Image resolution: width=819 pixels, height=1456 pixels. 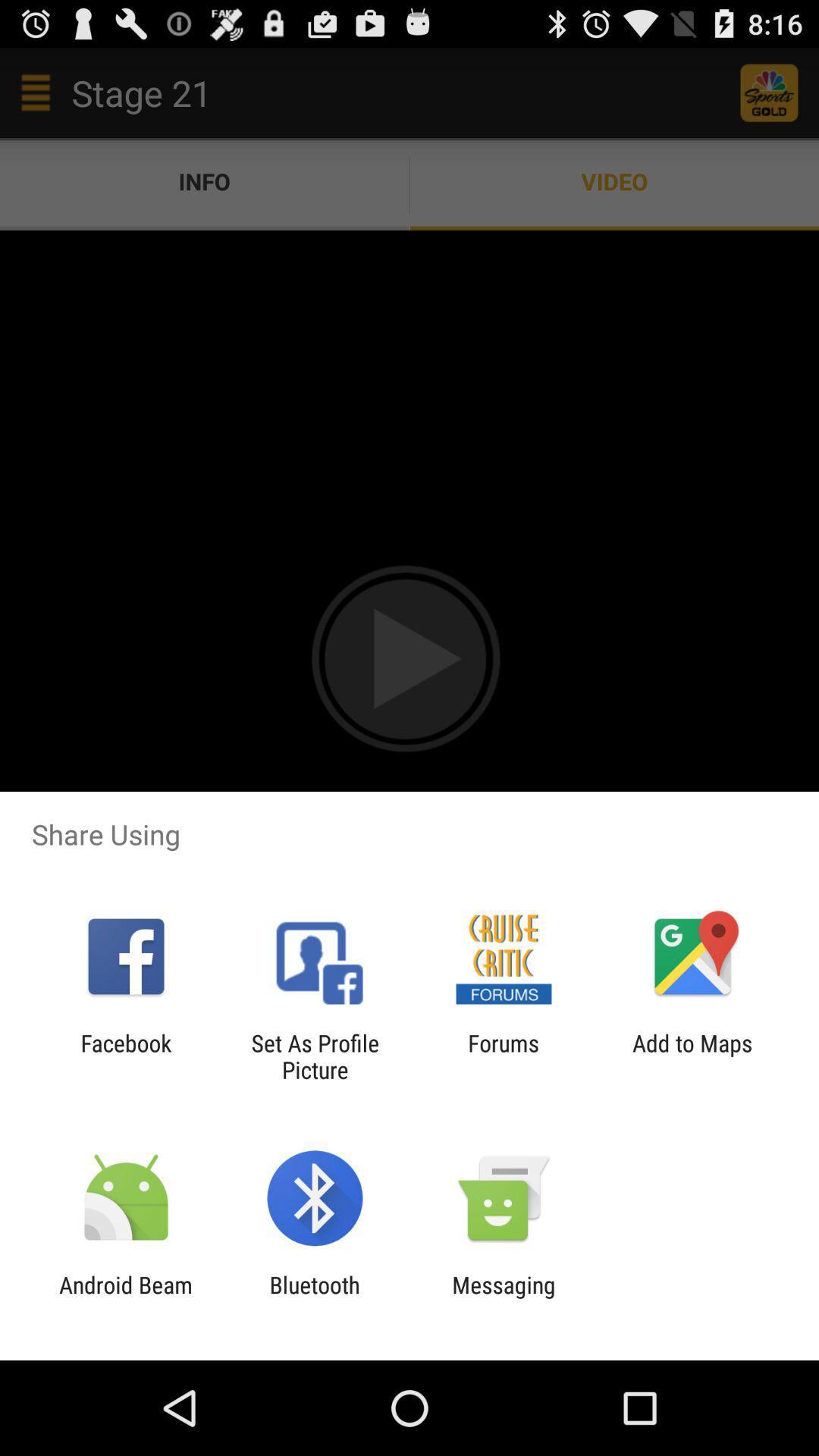 What do you see at coordinates (692, 1056) in the screenshot?
I see `add to maps` at bounding box center [692, 1056].